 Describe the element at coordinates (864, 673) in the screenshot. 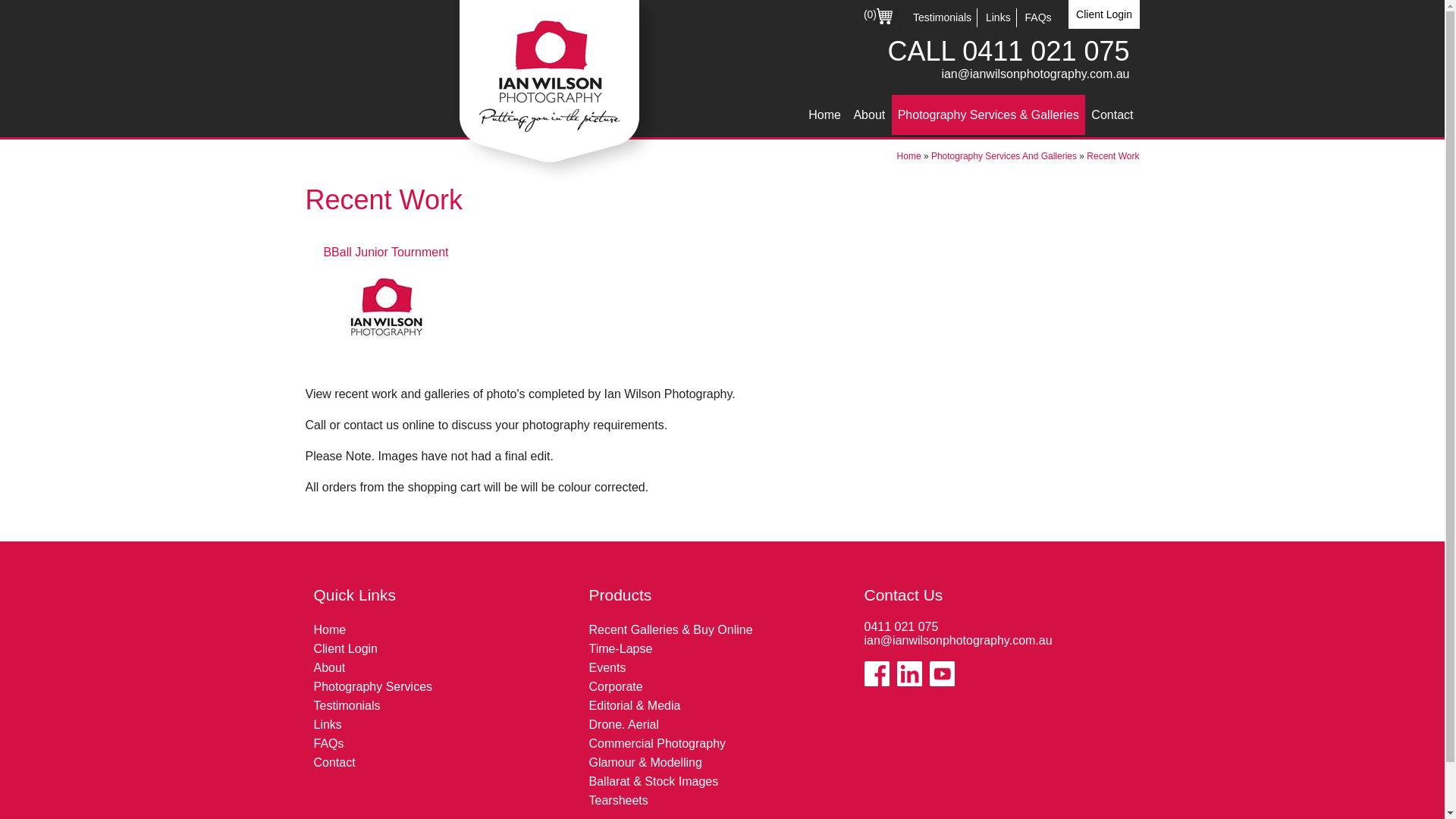

I see `'Like us on Facebook'` at that location.